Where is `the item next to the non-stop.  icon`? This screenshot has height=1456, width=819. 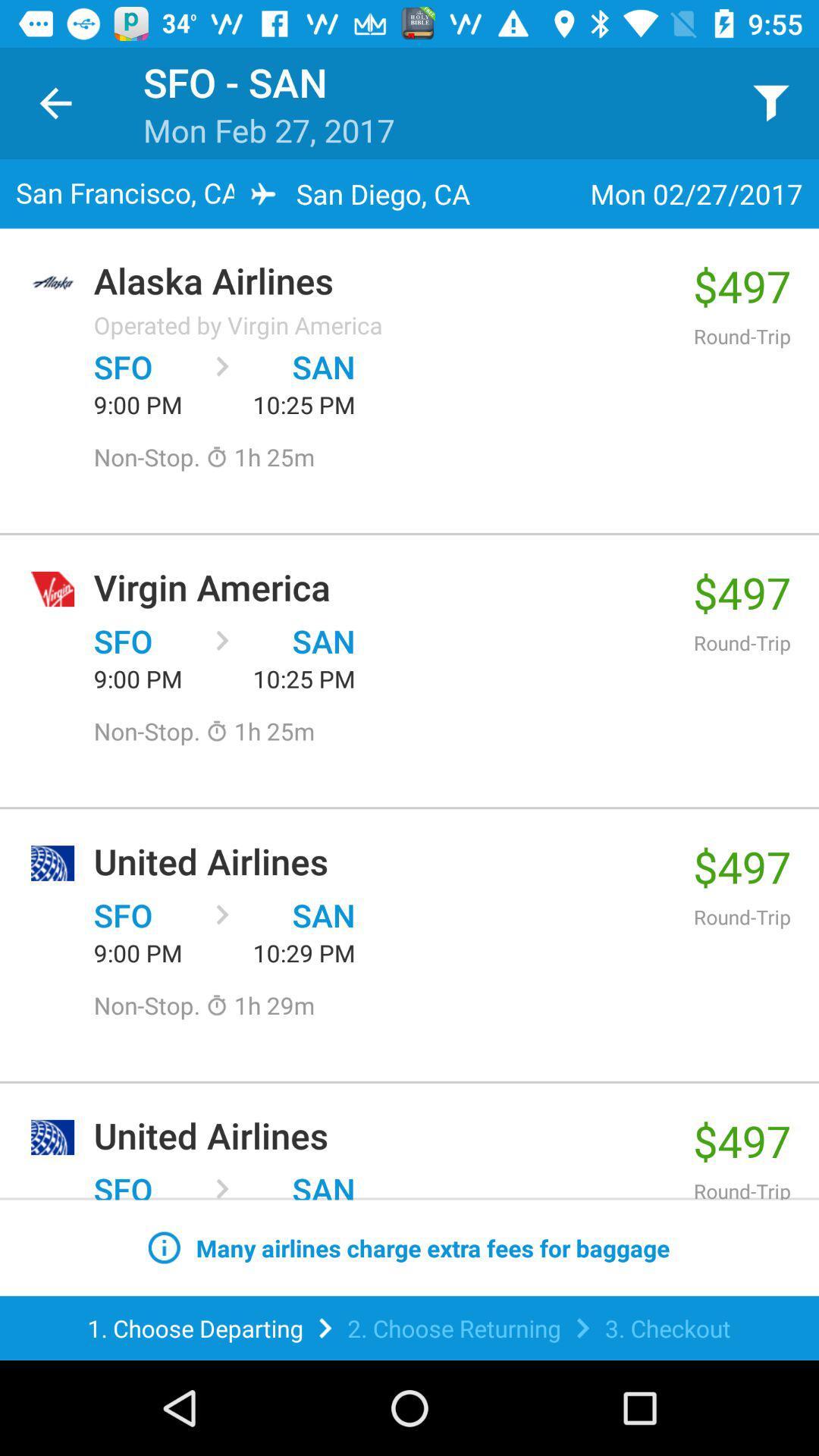
the item next to the non-stop.  icon is located at coordinates (259, 1005).